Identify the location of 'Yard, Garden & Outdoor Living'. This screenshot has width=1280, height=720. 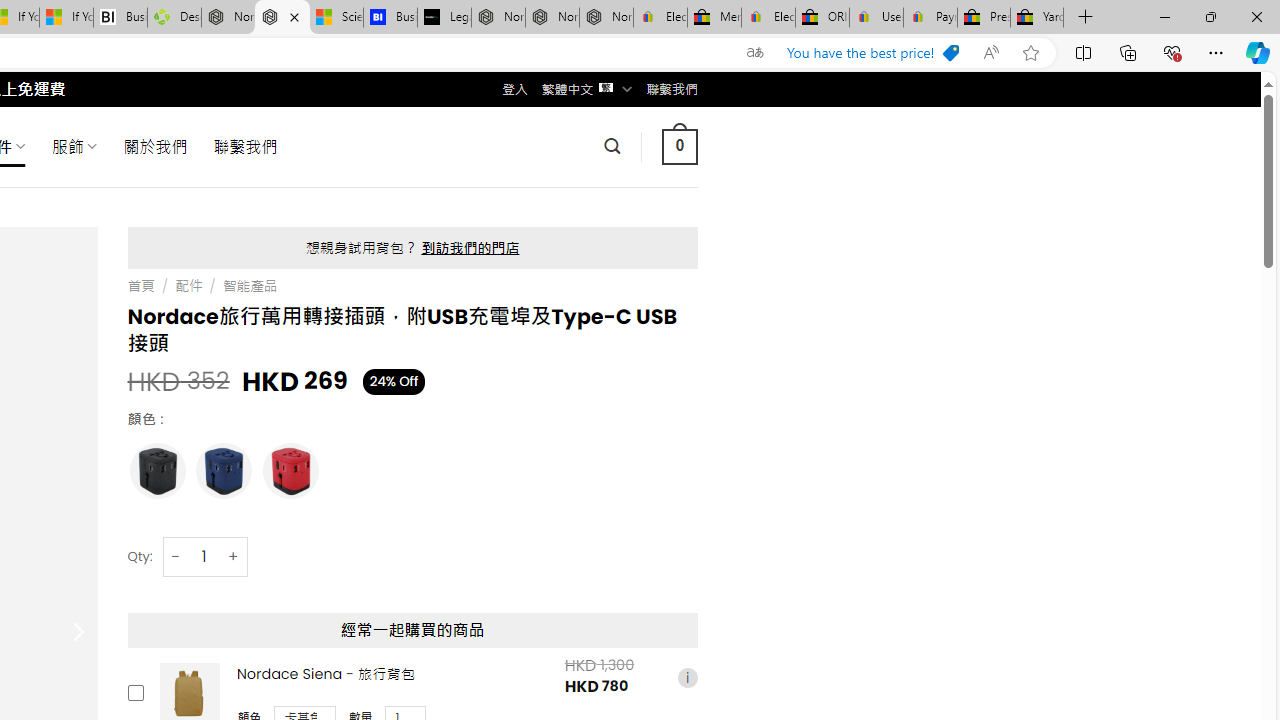
(1037, 17).